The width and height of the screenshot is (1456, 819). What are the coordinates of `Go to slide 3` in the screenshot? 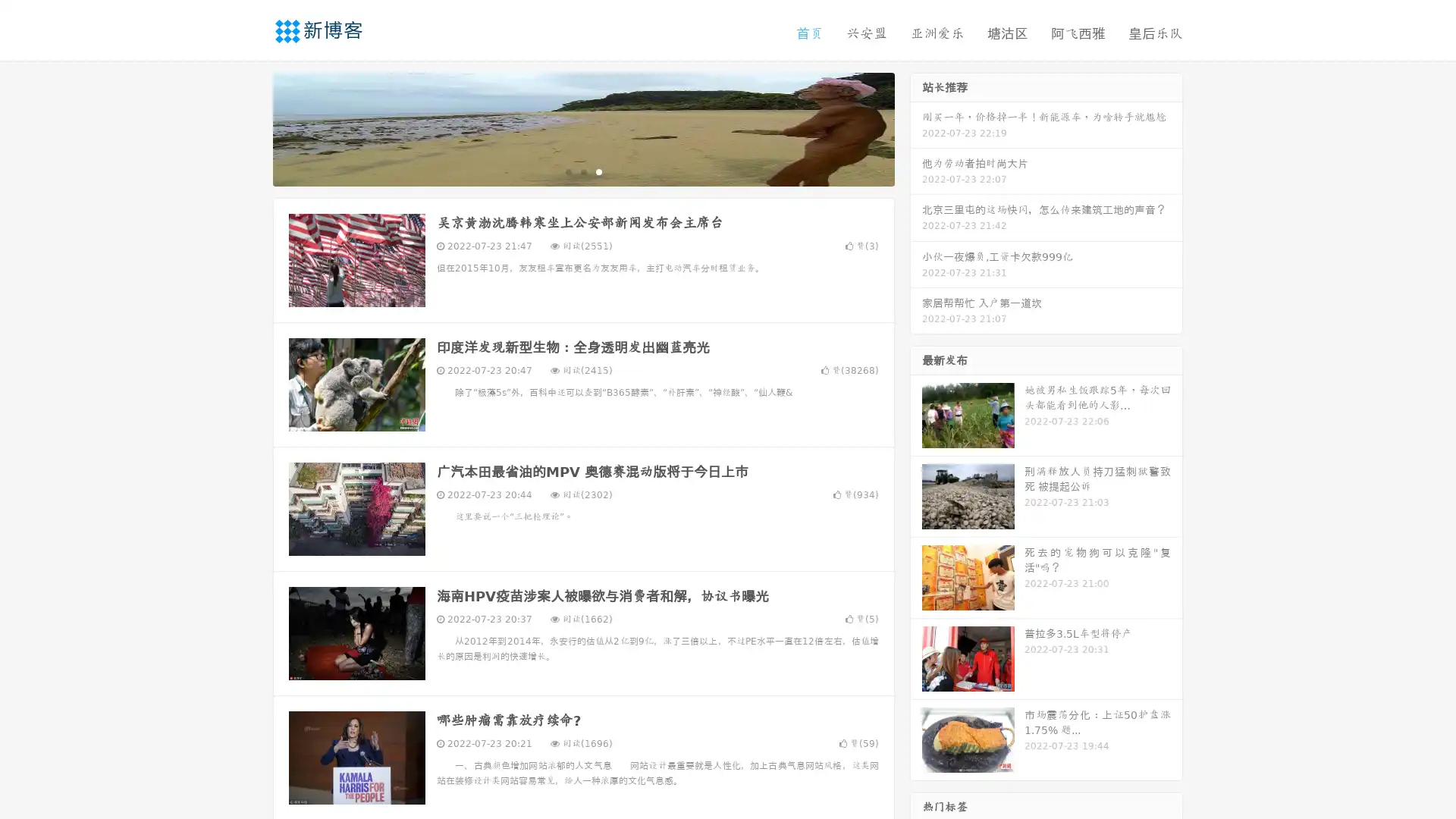 It's located at (598, 171).